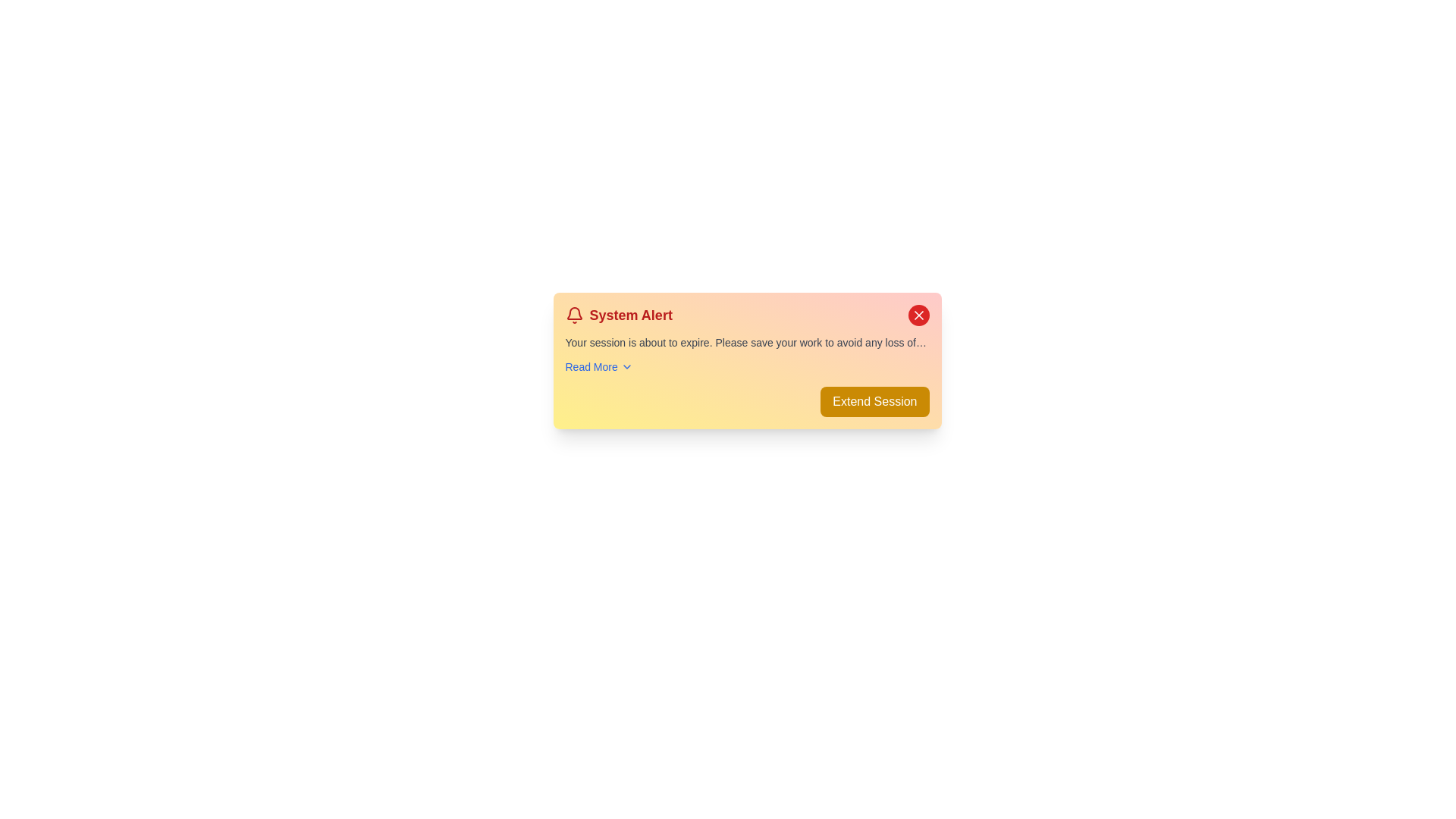  I want to click on the alert text to select it, so click(747, 342).